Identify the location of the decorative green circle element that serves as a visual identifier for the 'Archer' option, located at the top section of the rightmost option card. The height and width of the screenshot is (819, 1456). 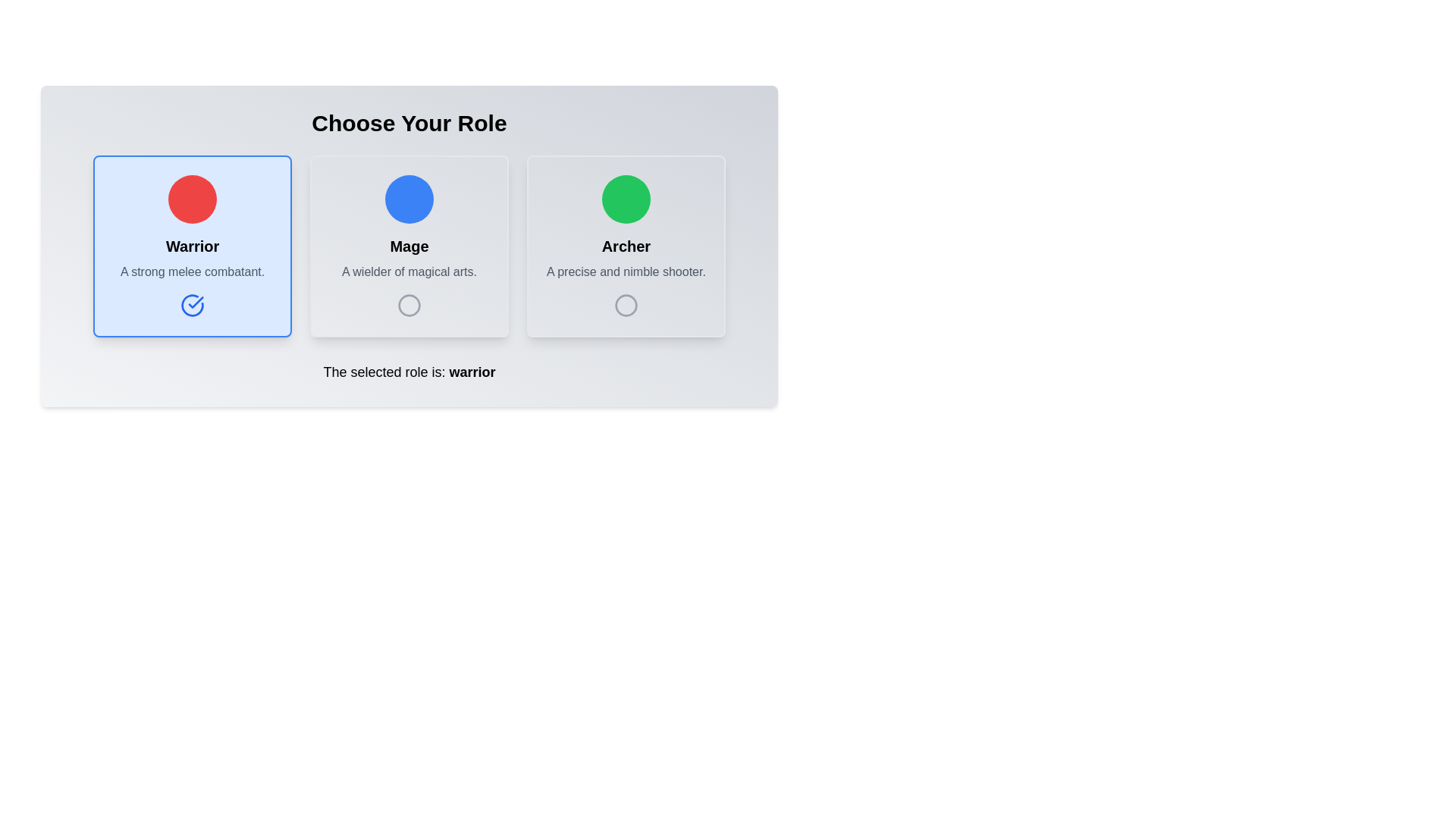
(626, 198).